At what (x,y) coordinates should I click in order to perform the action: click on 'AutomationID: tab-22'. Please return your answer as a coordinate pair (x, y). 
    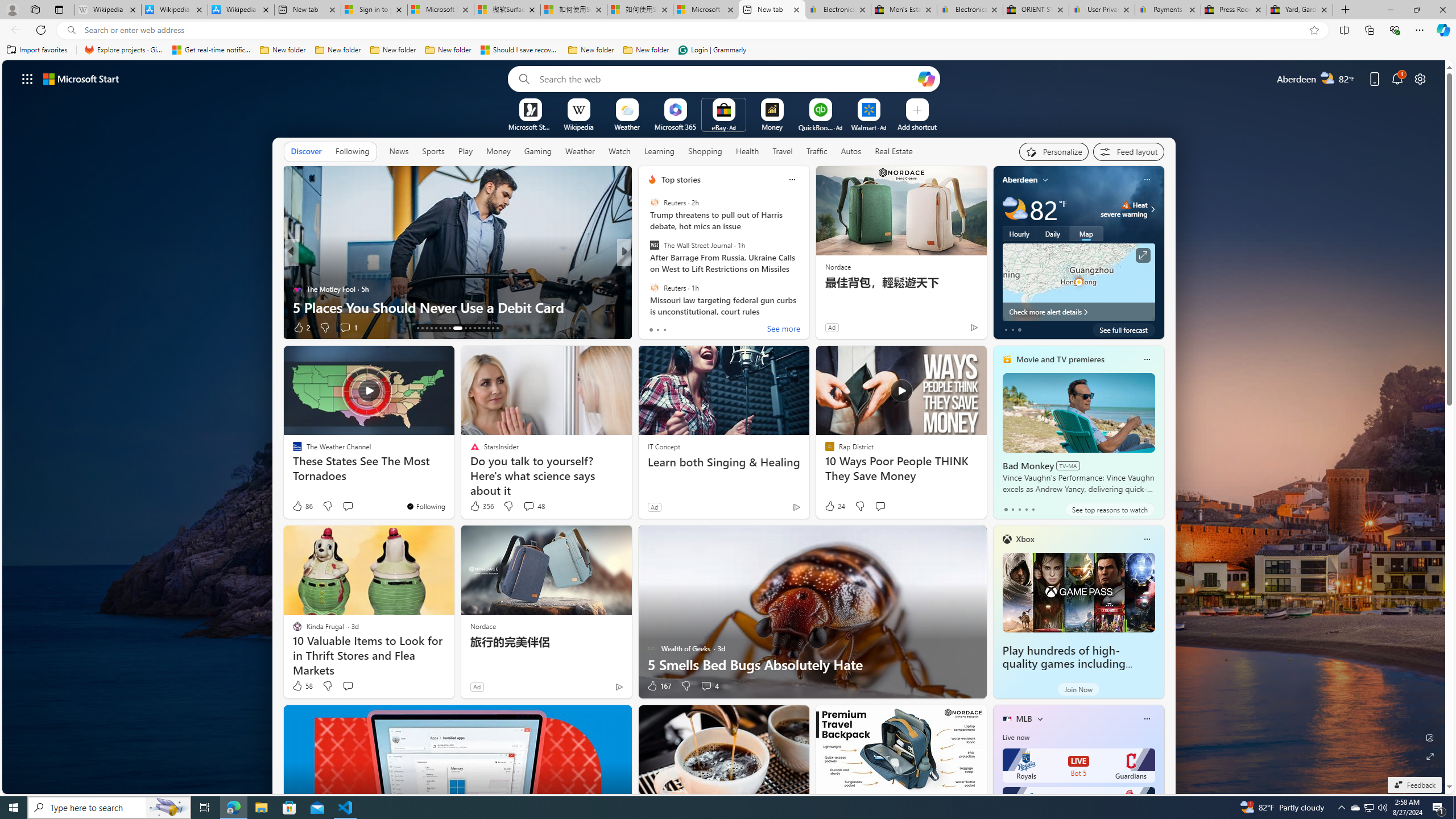
    Looking at the image, I should click on (461, 328).